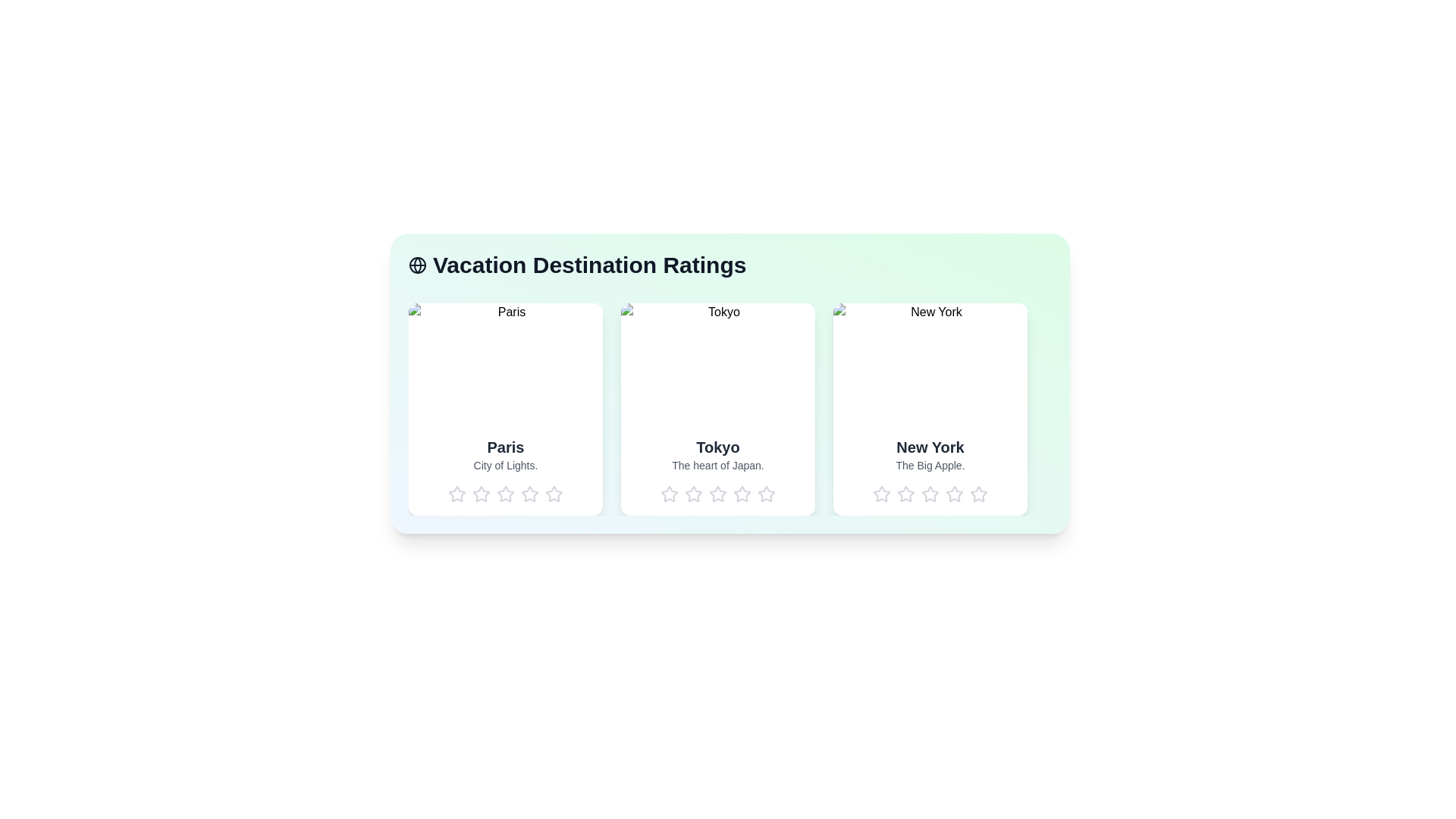  I want to click on the image of the destination Tokyo to view it, so click(717, 363).